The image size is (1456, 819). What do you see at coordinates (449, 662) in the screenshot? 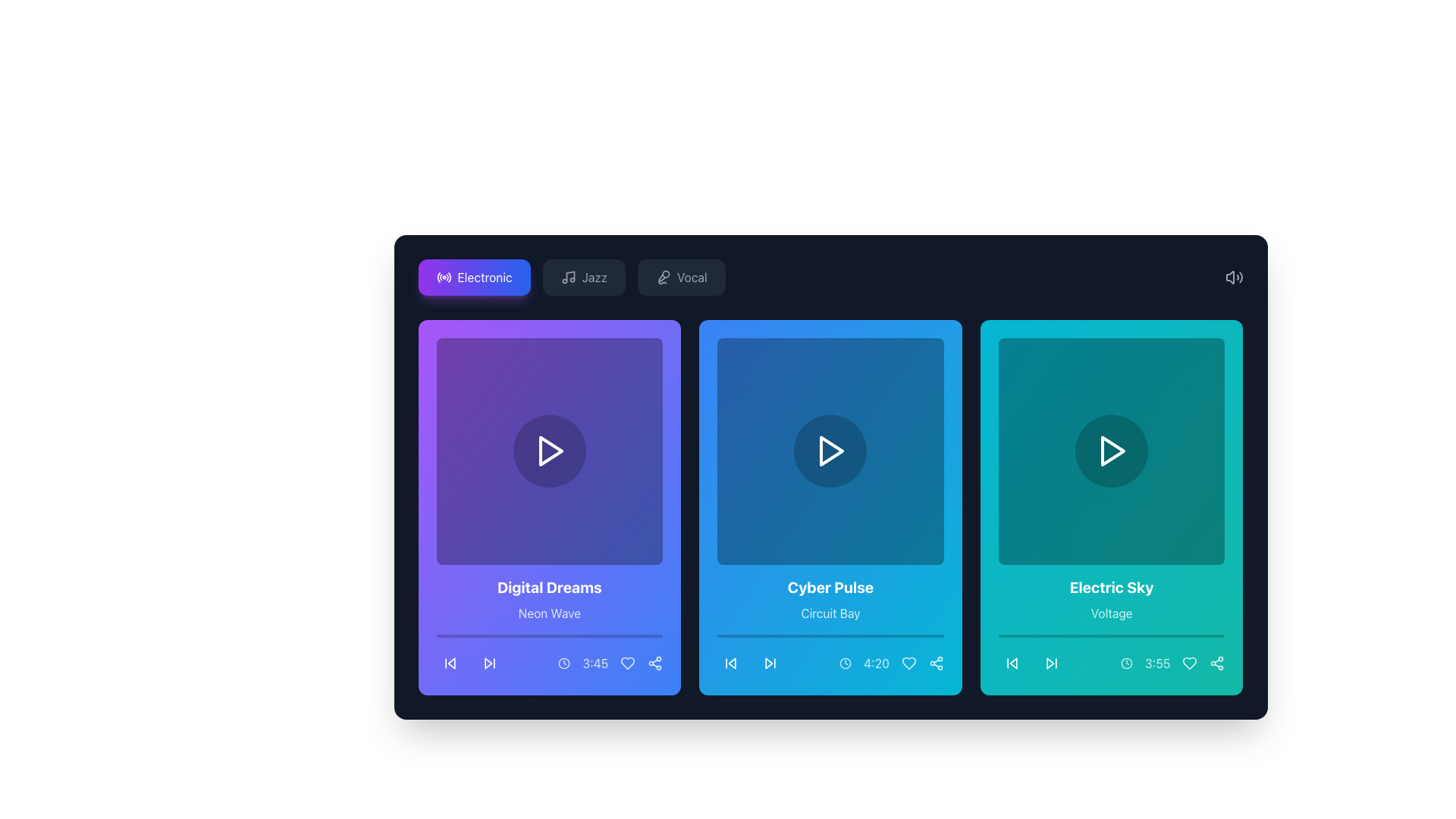
I see `the 'skip back' button located at the far left of the bottom control toolbar of the first (purple) card in the media player interface` at bounding box center [449, 662].